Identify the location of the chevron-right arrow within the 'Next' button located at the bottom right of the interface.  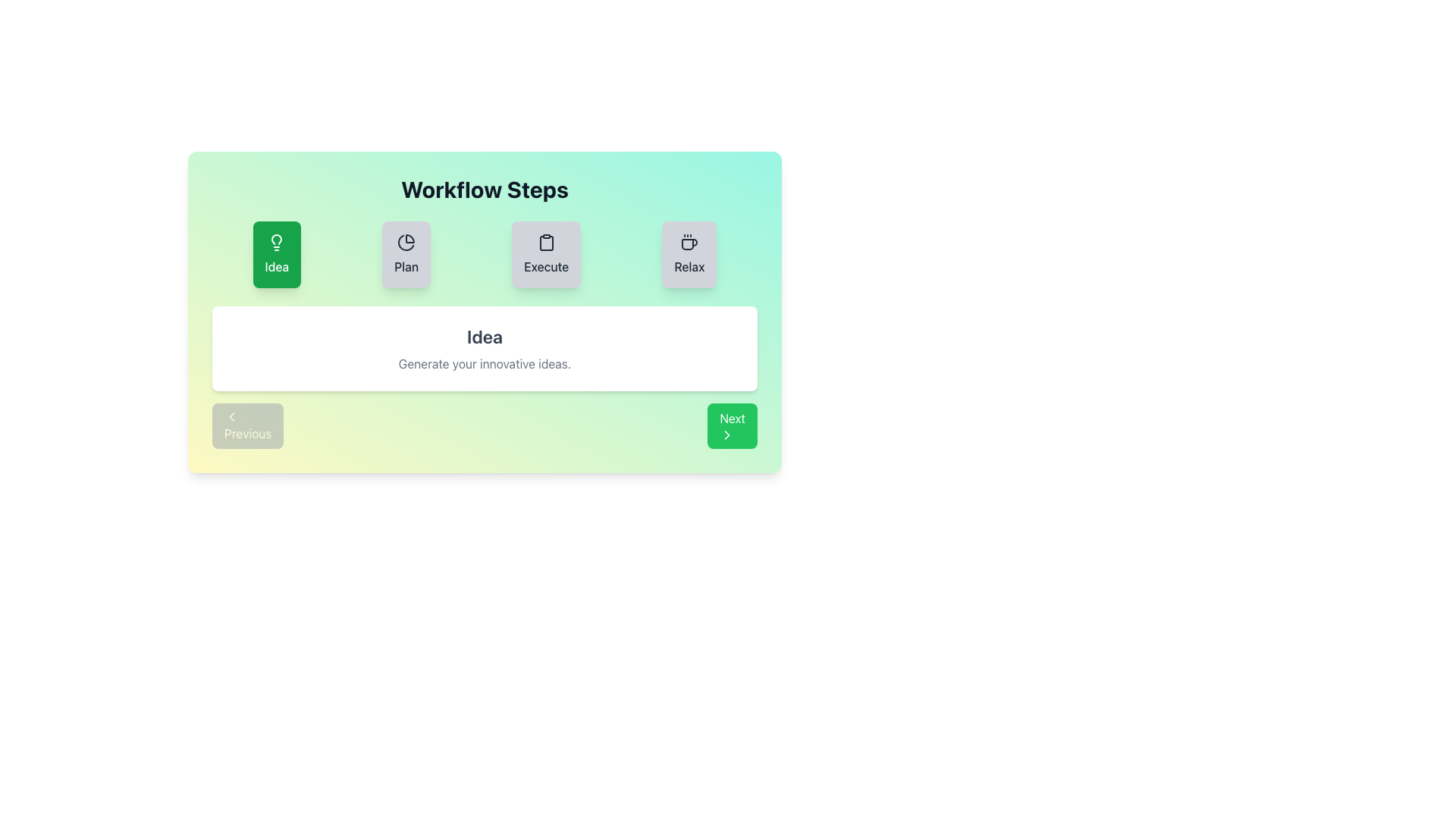
(726, 435).